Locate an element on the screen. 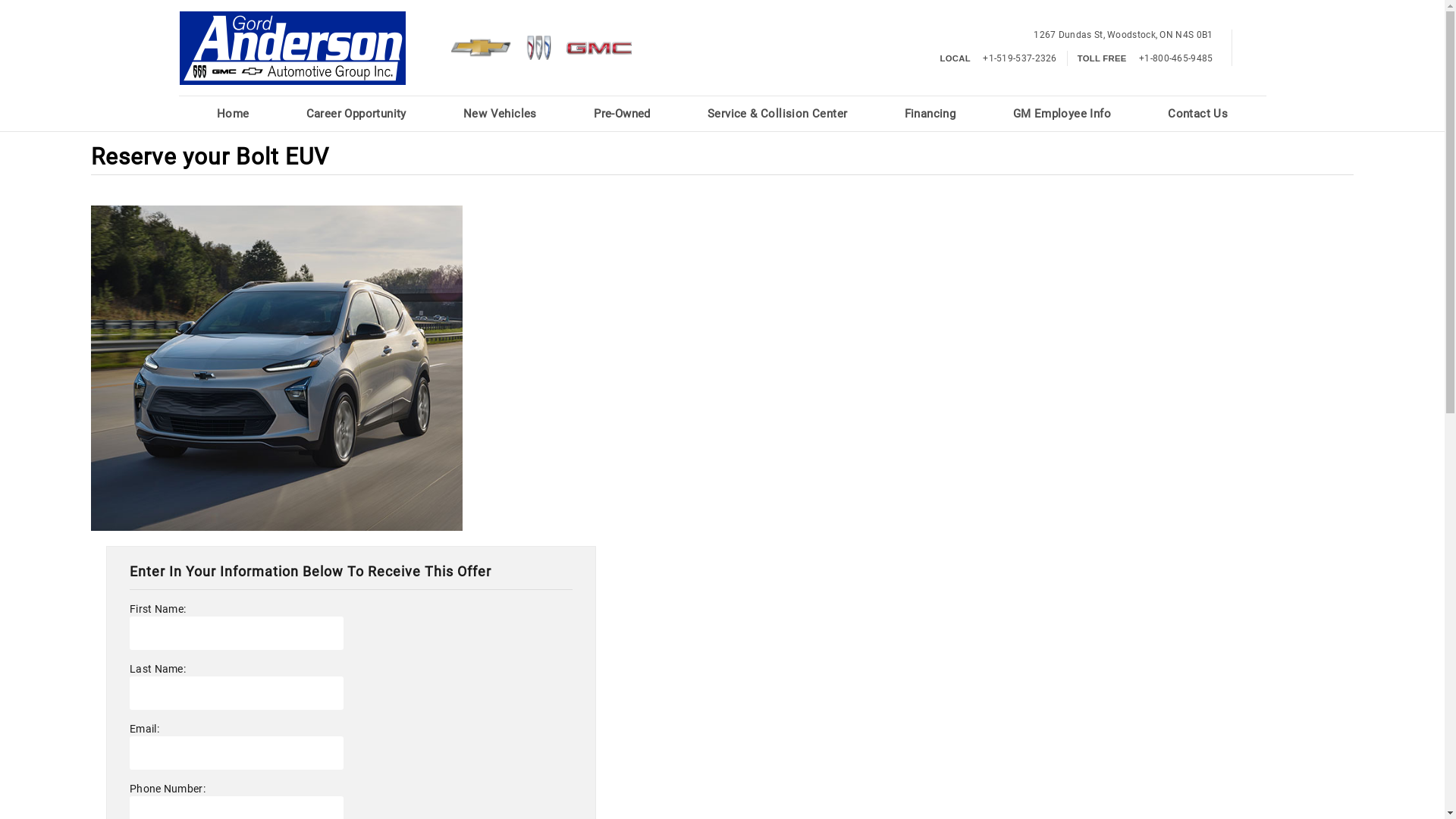  'Home' is located at coordinates (232, 113).